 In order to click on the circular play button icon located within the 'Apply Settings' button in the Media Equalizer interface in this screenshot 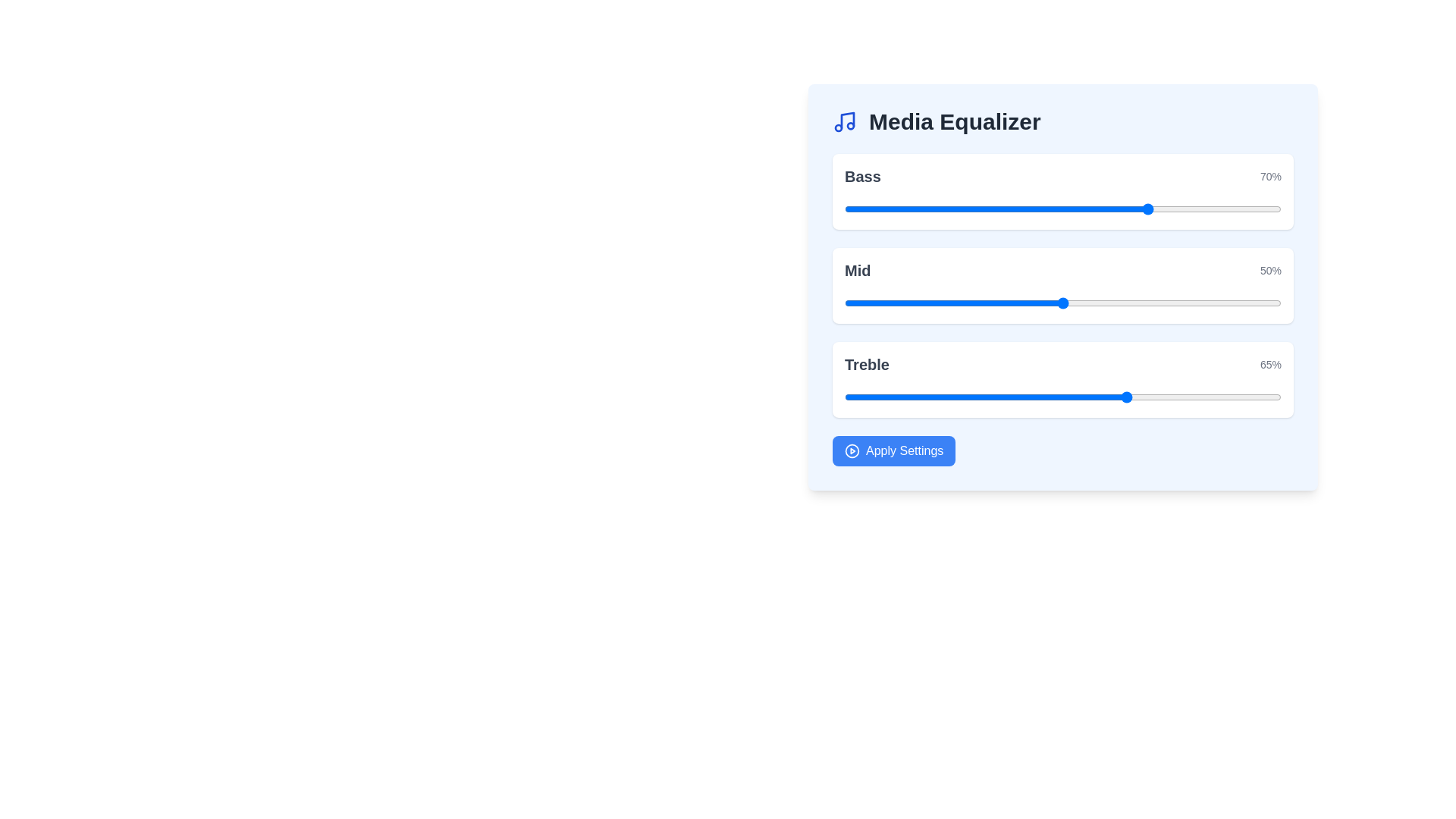, I will do `click(852, 450)`.